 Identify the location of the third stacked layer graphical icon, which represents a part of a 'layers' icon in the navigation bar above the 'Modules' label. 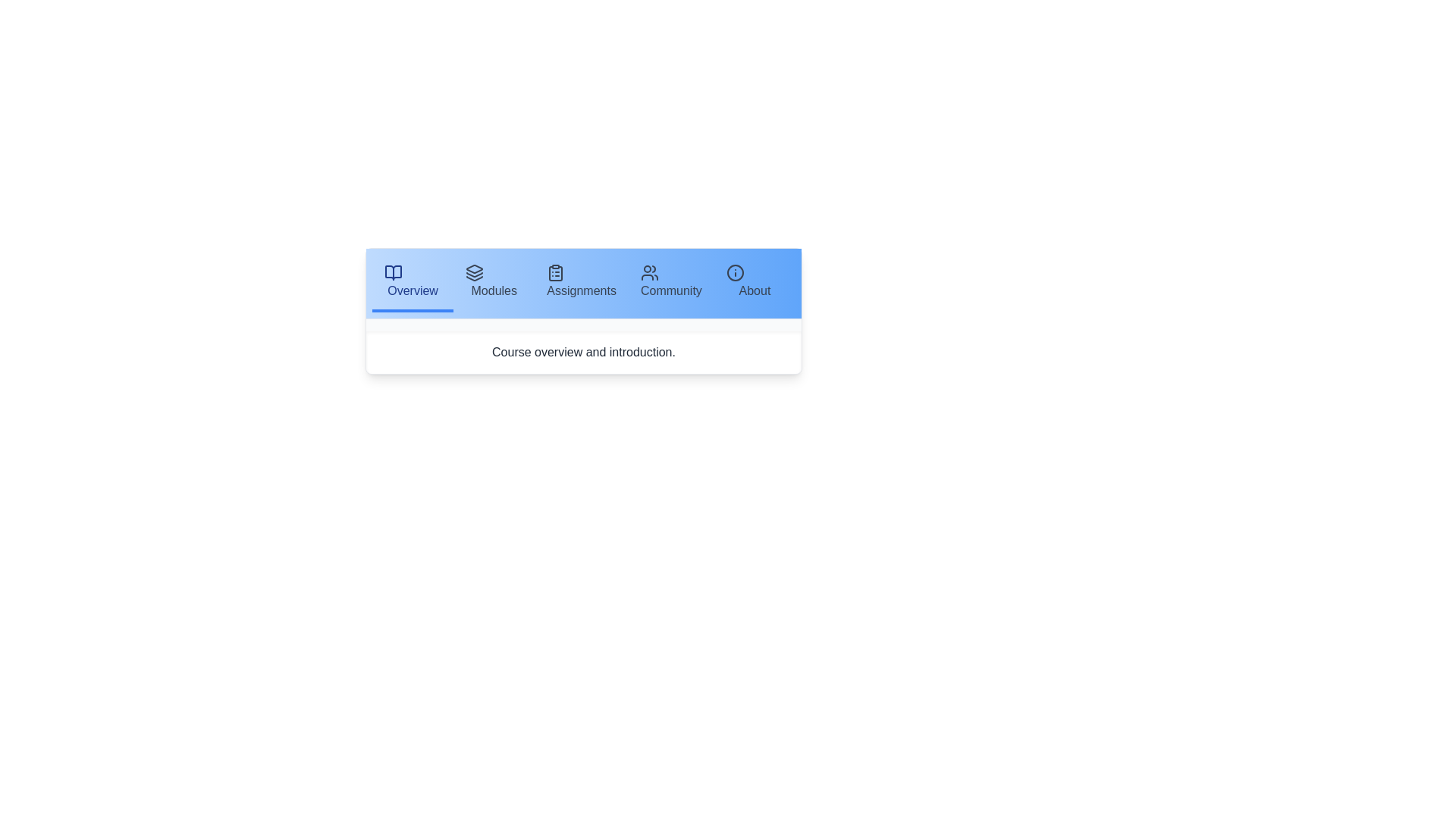
(474, 278).